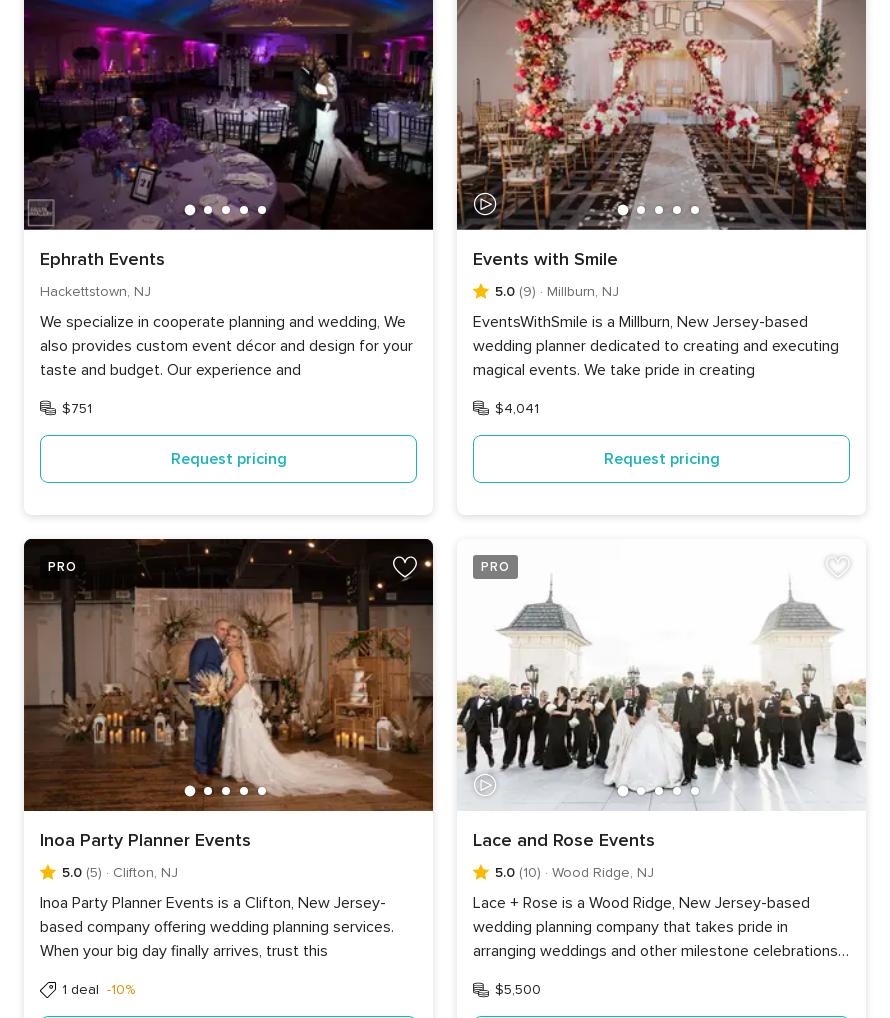 The height and width of the screenshot is (1018, 890). What do you see at coordinates (92, 872) in the screenshot?
I see `'(5)'` at bounding box center [92, 872].